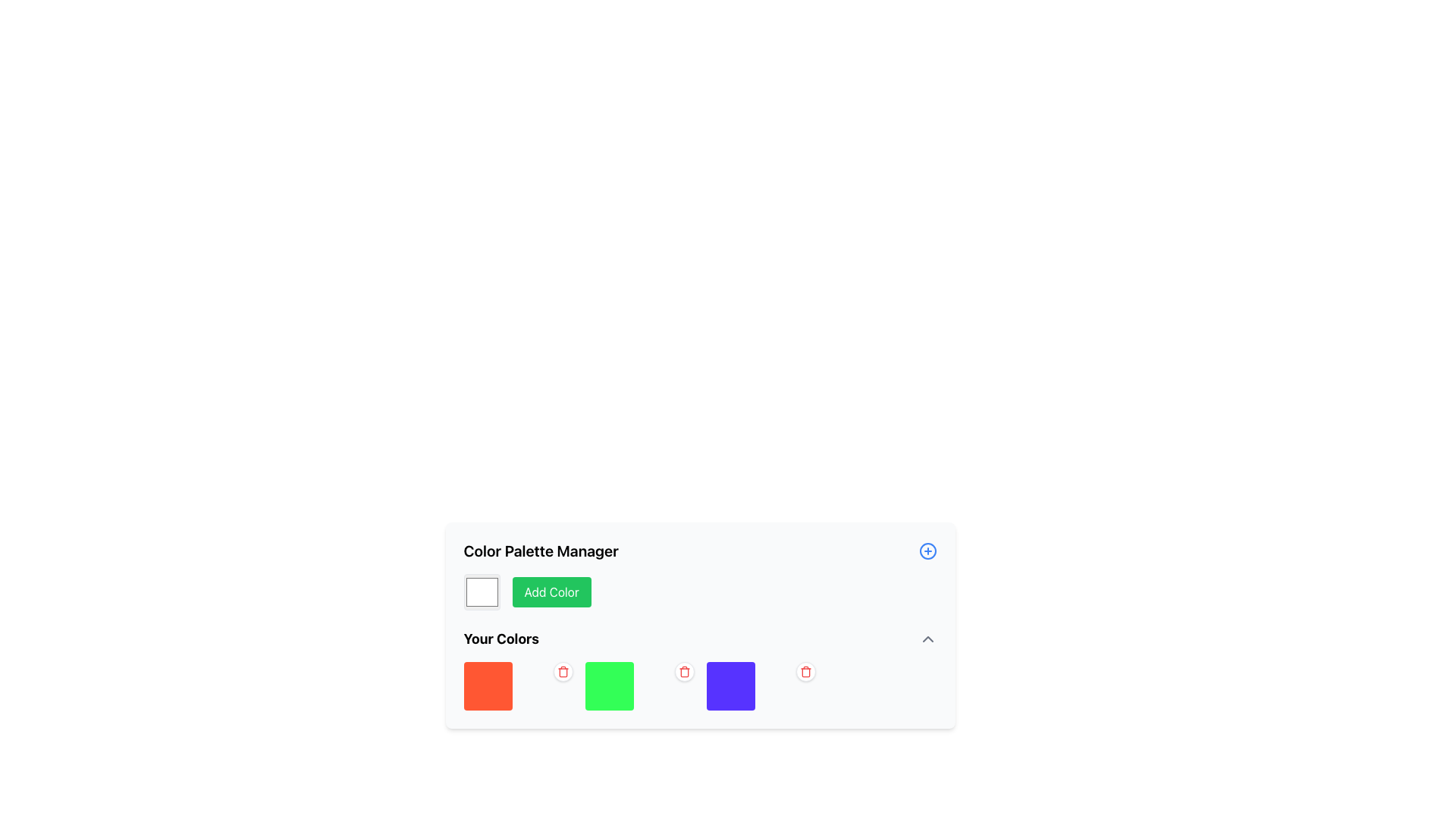 The width and height of the screenshot is (1456, 819). I want to click on the delete button located in the 'Your Colors' section, immediately to the right of the green square color block, so click(562, 672).